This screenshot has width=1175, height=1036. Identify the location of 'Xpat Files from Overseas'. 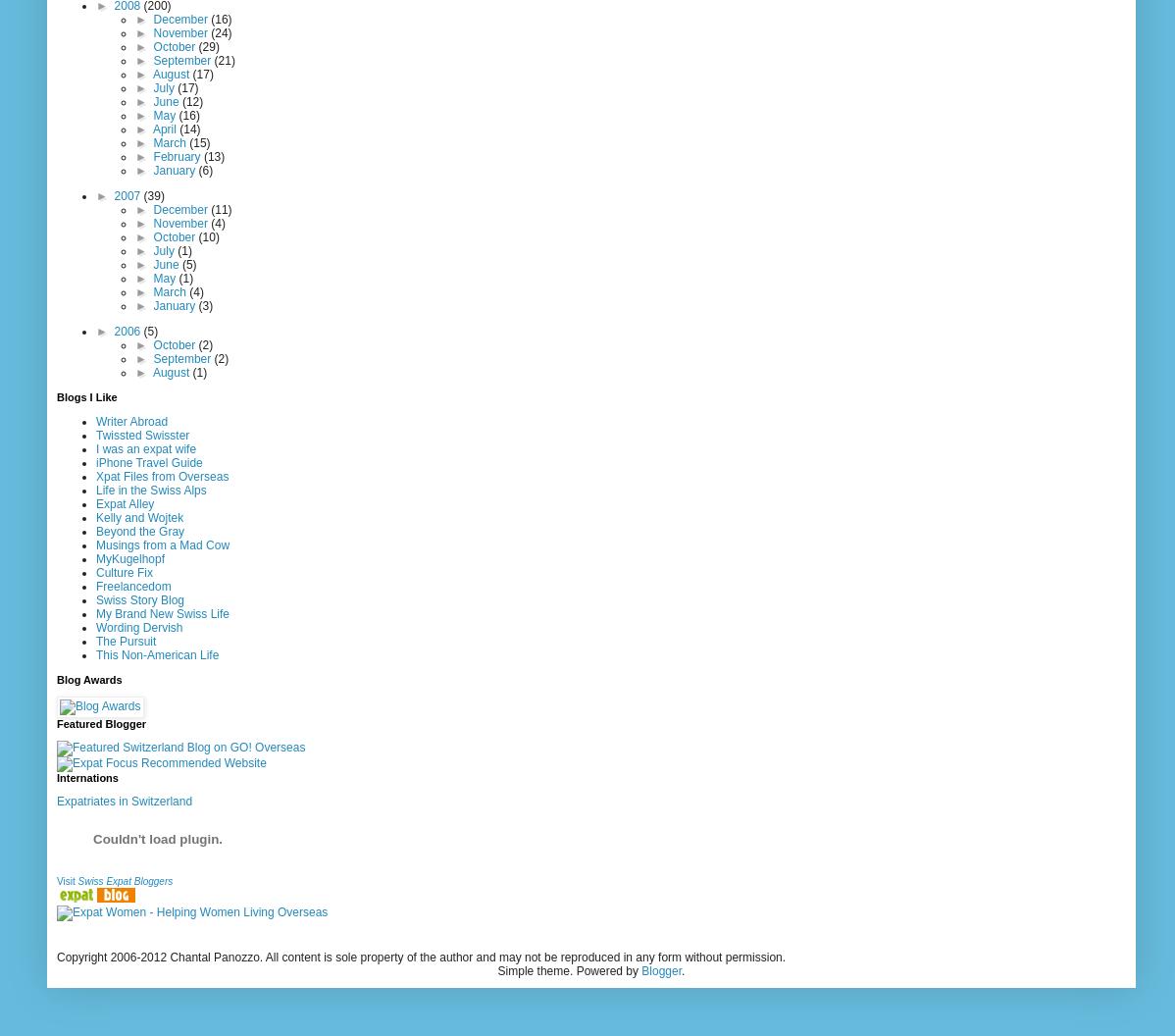
(161, 475).